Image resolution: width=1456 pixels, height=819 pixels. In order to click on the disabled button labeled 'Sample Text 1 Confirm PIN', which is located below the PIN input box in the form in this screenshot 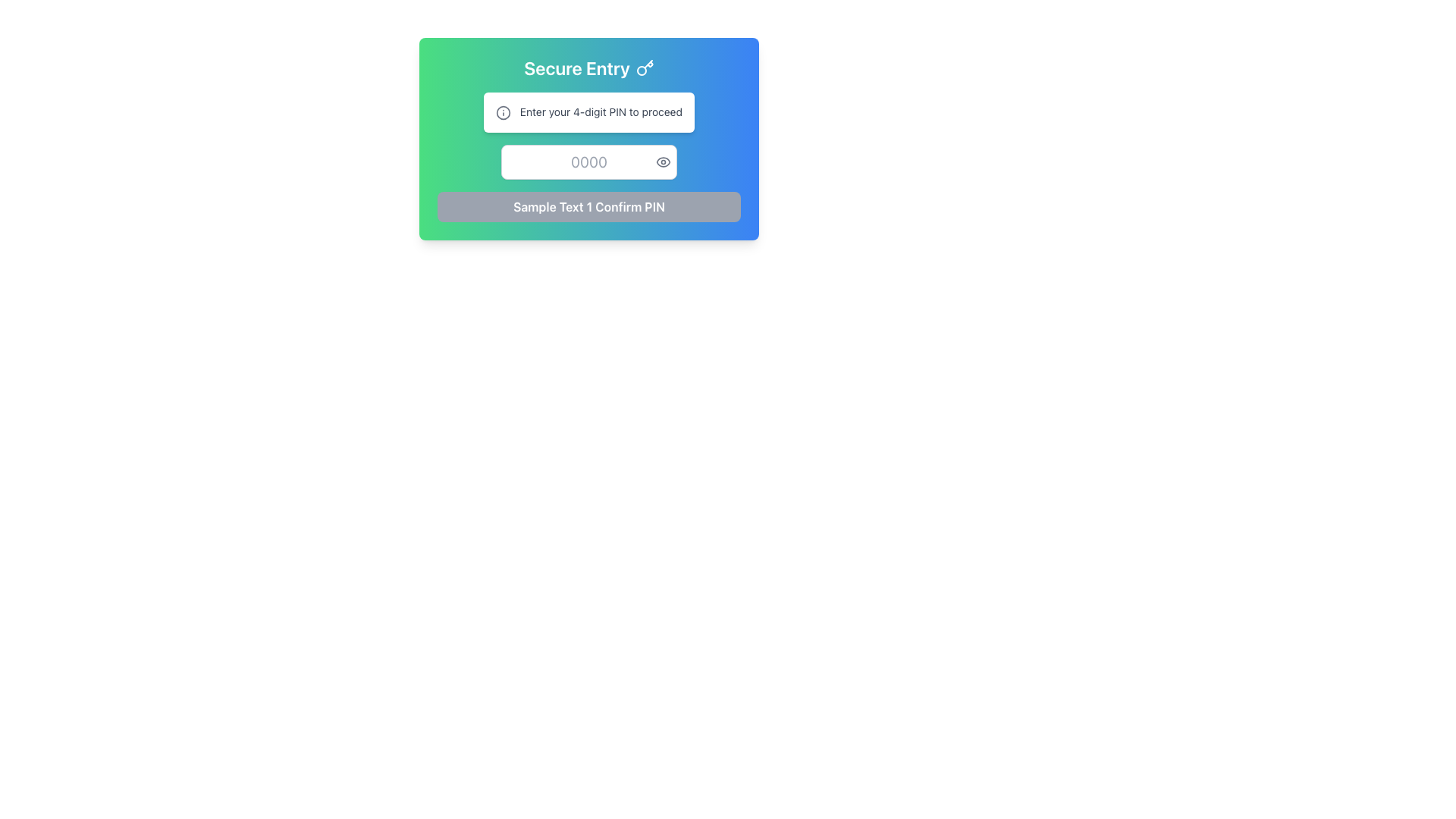, I will do `click(588, 207)`.